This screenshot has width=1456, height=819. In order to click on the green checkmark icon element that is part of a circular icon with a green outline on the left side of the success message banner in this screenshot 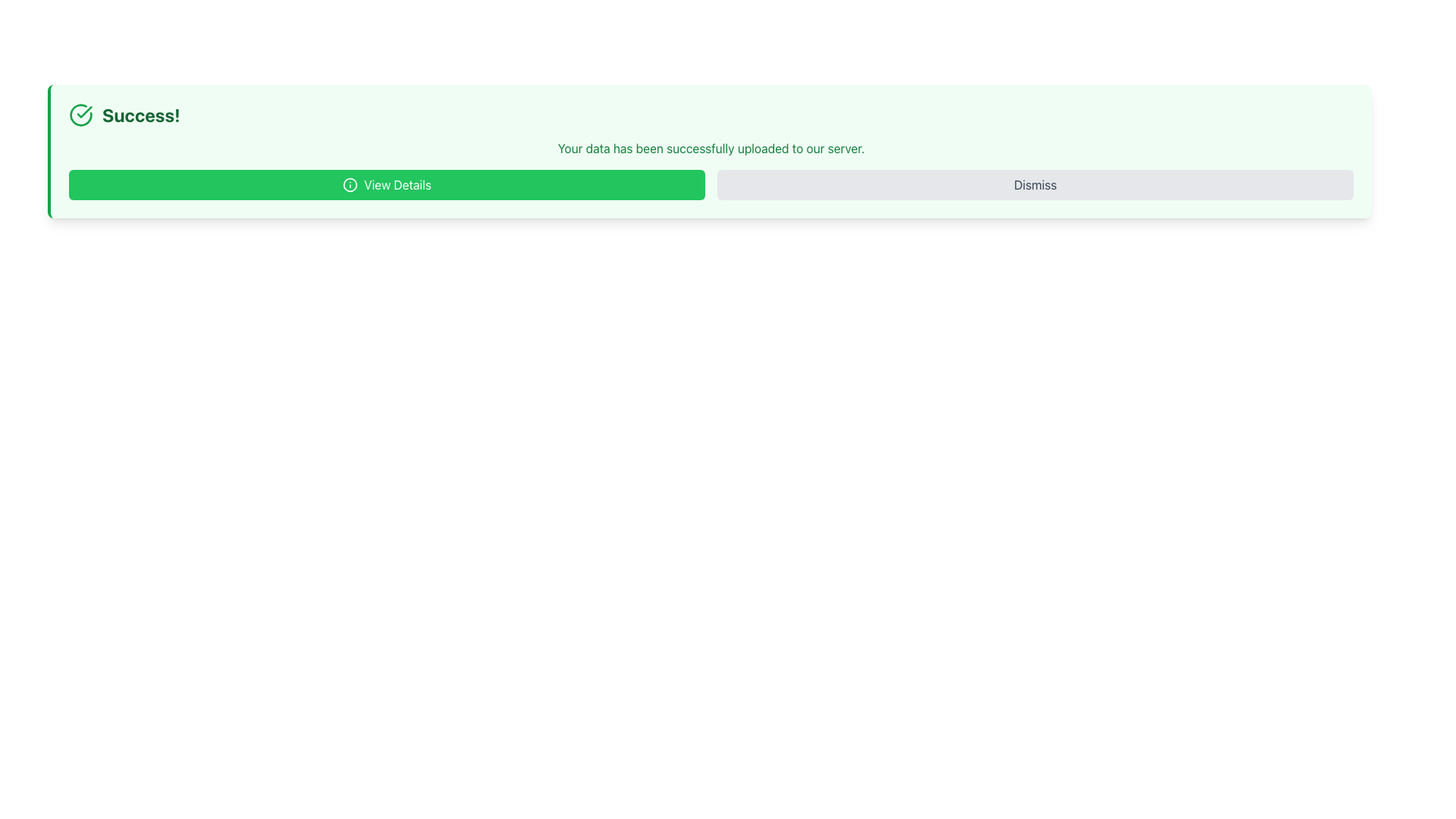, I will do `click(80, 114)`.